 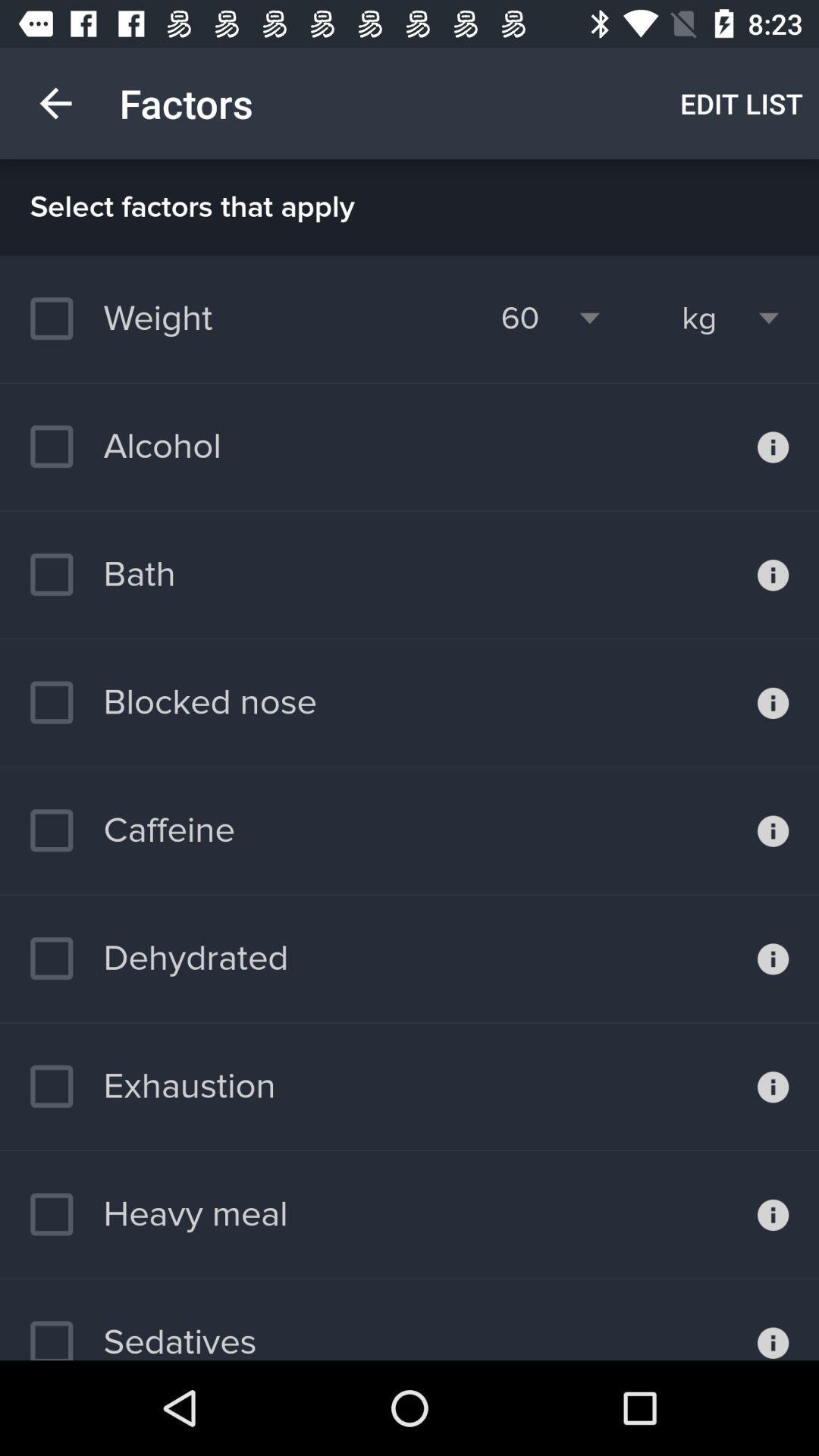 What do you see at coordinates (773, 574) in the screenshot?
I see `more information` at bounding box center [773, 574].